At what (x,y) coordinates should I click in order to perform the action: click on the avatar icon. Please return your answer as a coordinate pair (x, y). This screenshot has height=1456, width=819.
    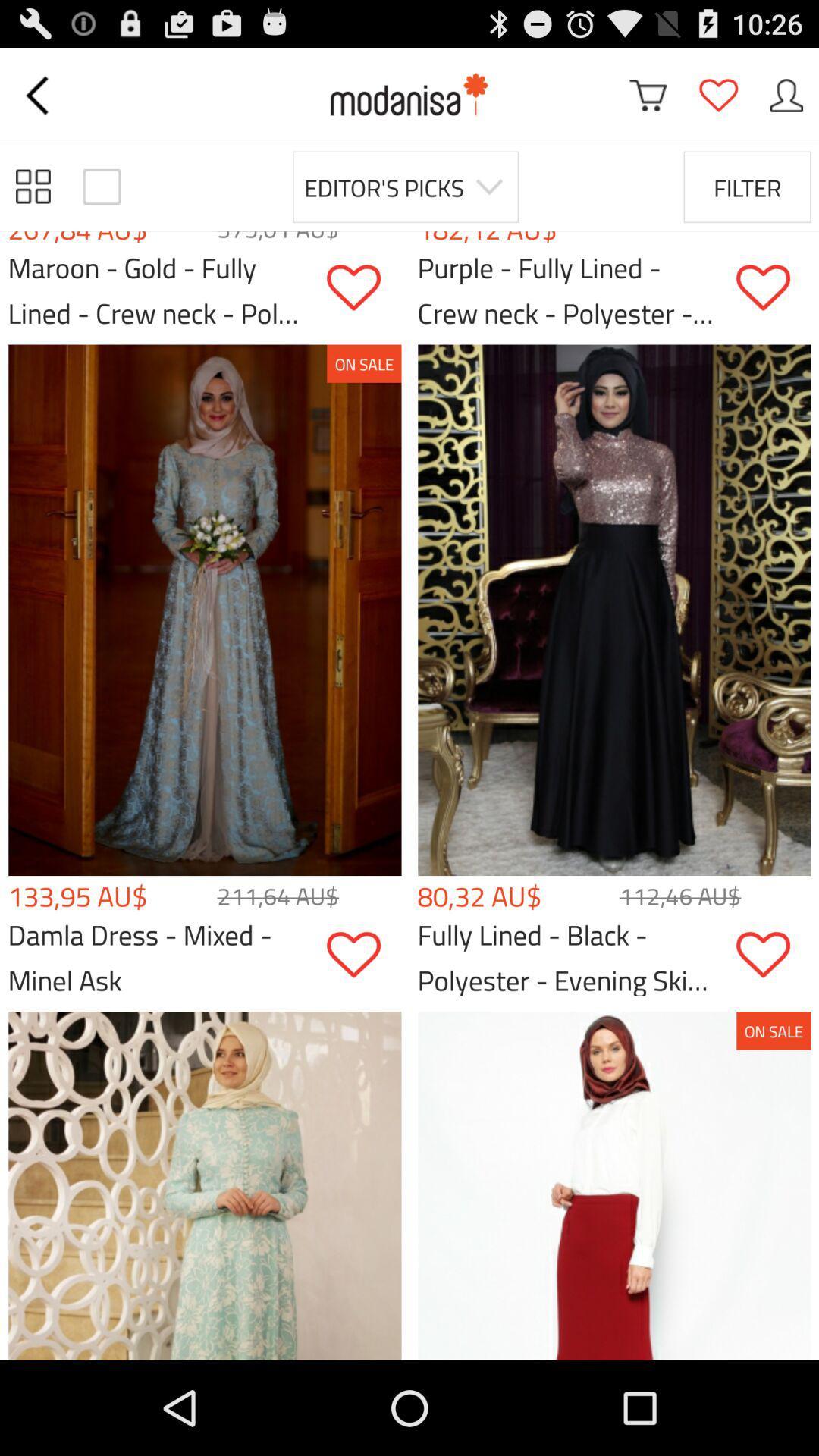
    Looking at the image, I should click on (786, 101).